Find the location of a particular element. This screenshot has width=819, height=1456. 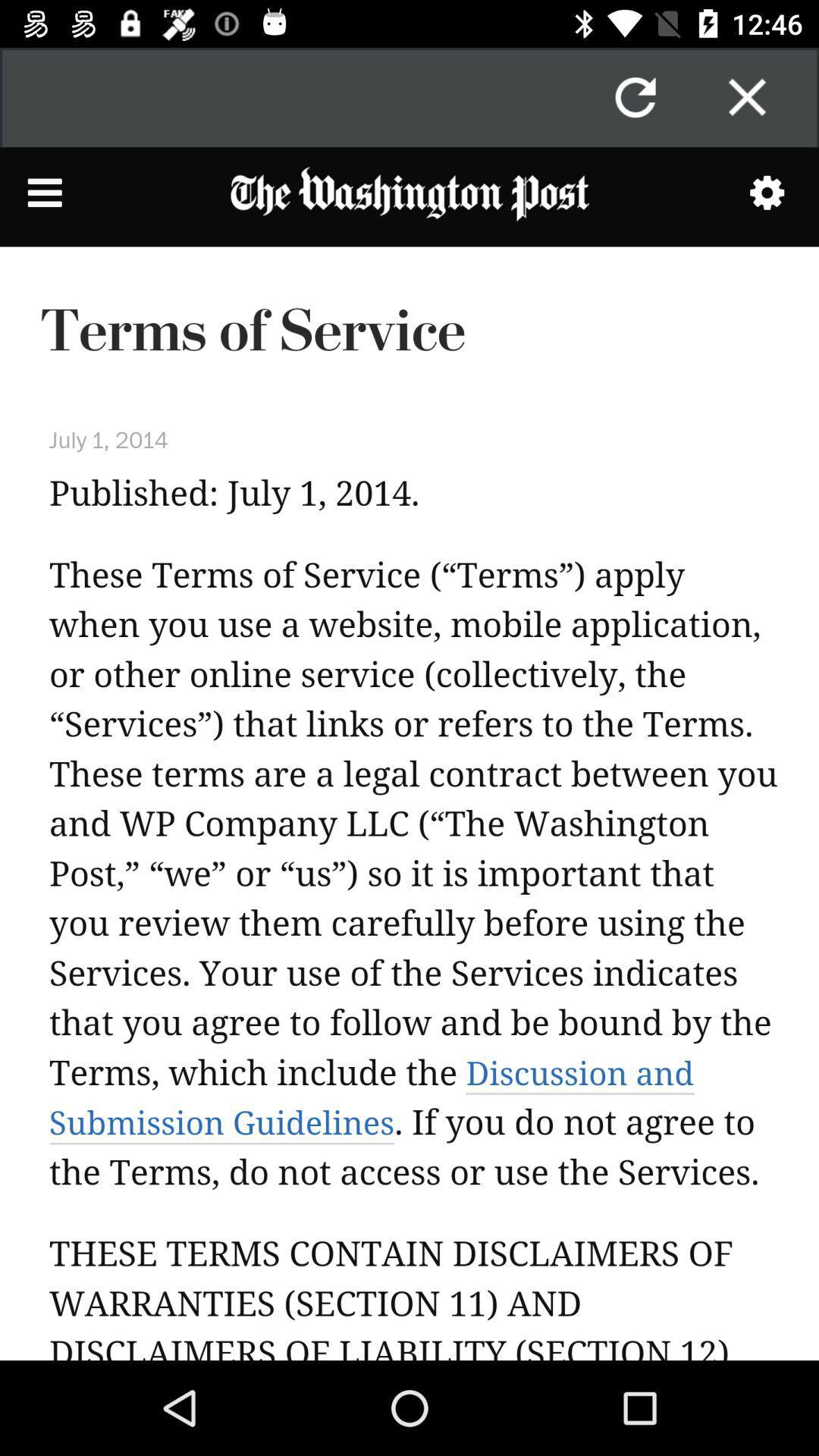

window is located at coordinates (746, 96).